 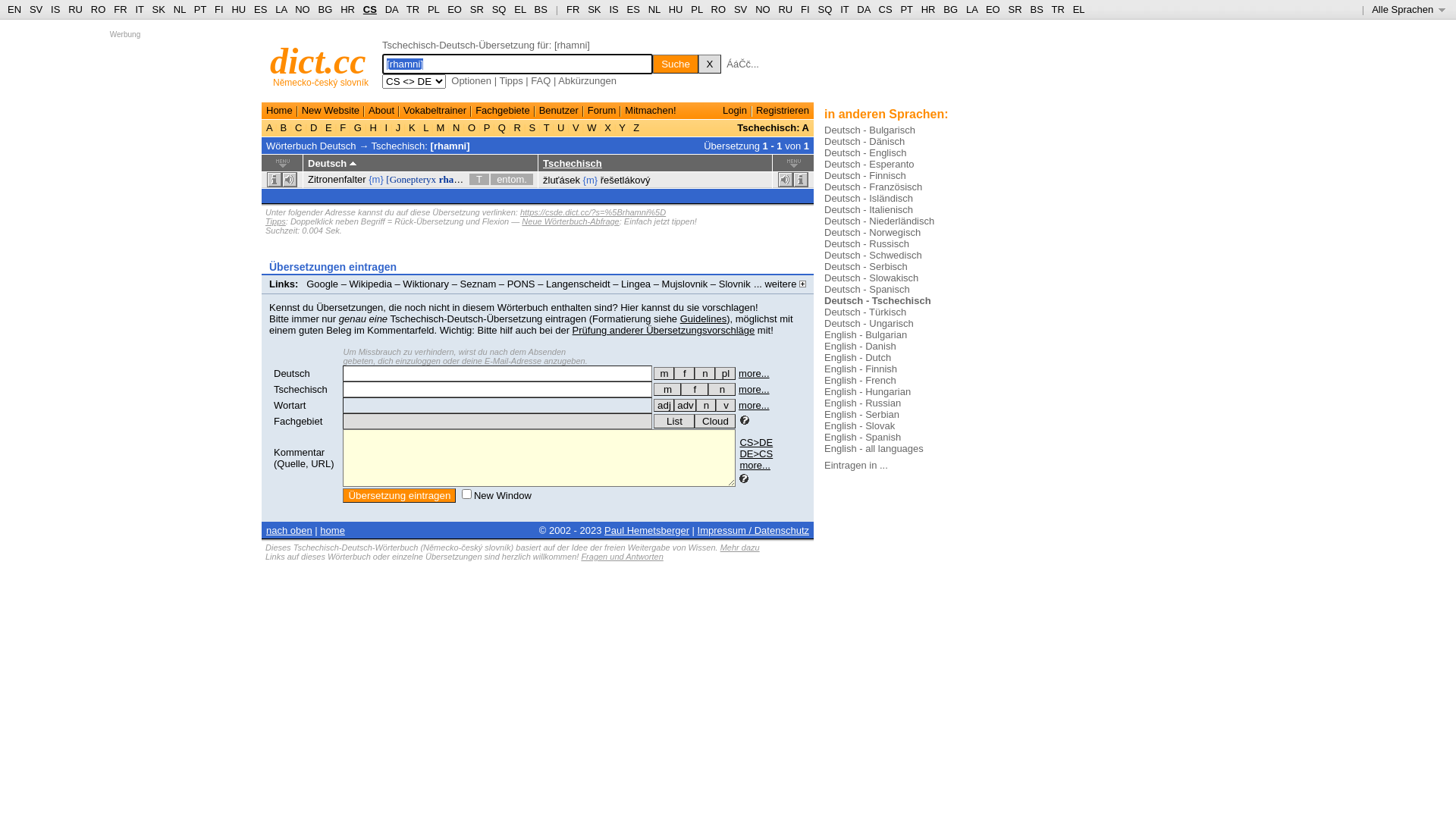 What do you see at coordinates (425, 284) in the screenshot?
I see `'Wiktionary'` at bounding box center [425, 284].